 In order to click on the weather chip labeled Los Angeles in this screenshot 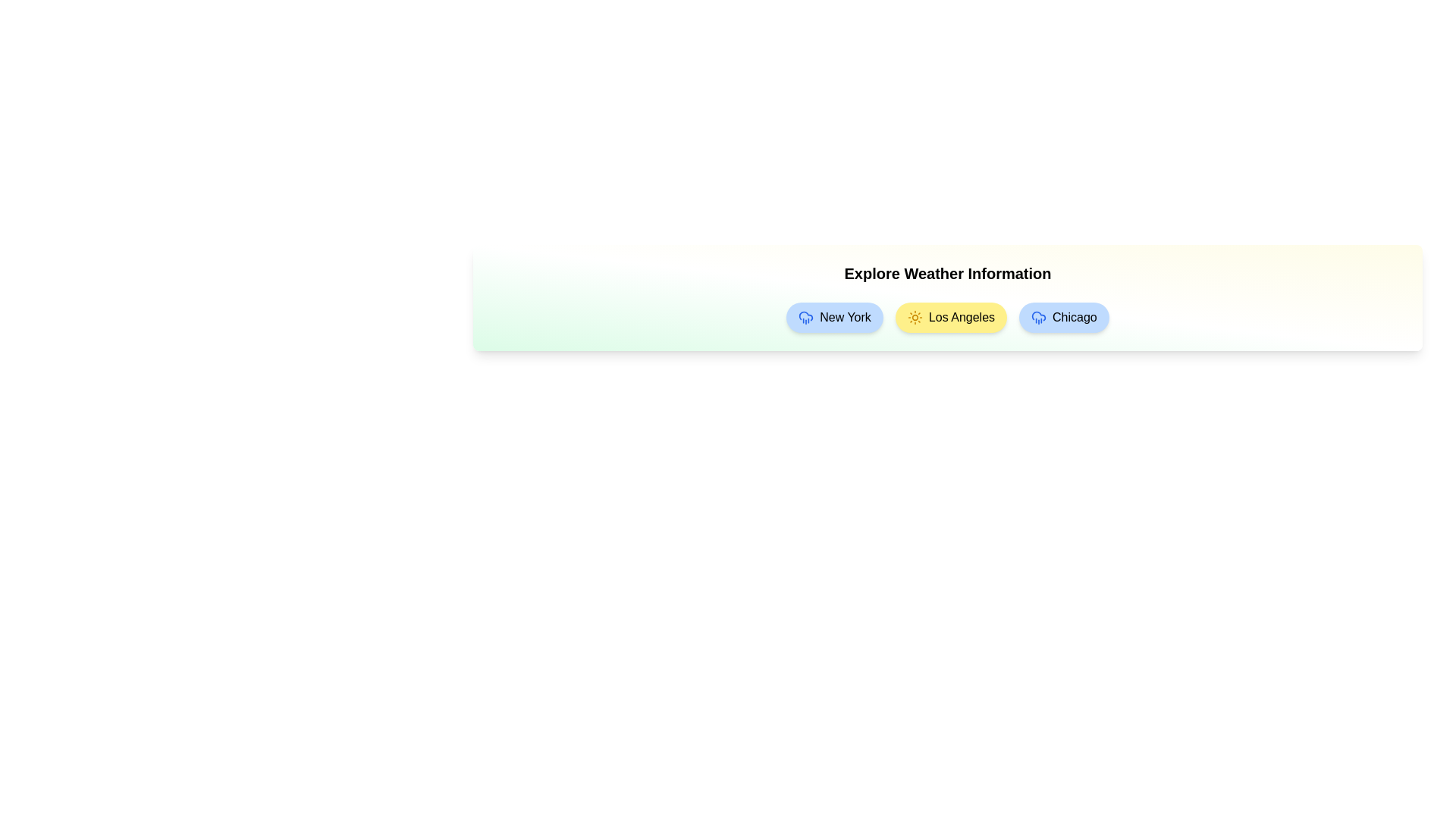, I will do `click(949, 317)`.